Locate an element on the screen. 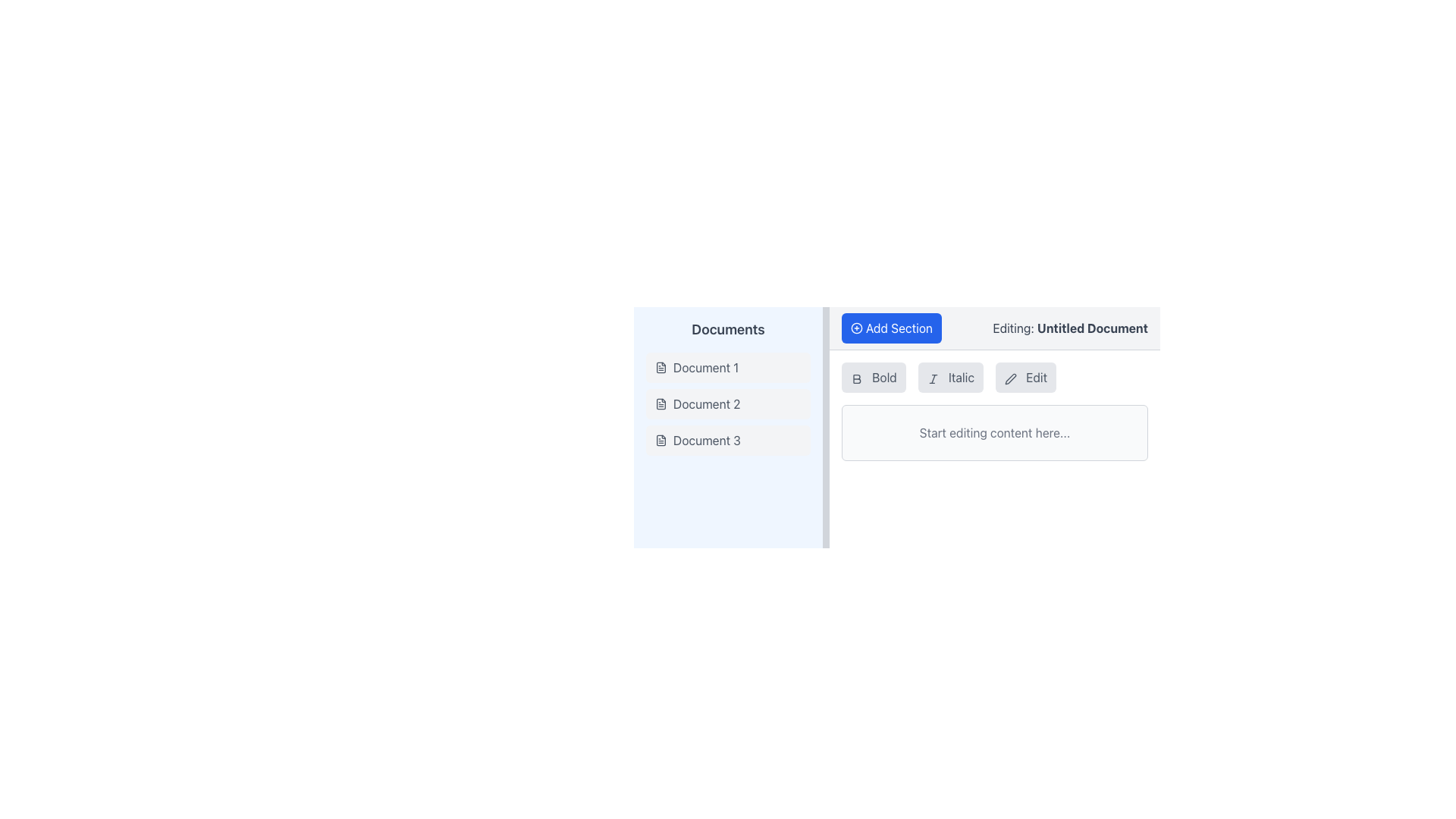 The height and width of the screenshot is (819, 1456). the small gray document icon resembling text, located to the left of 'Document 3' is located at coordinates (661, 441).